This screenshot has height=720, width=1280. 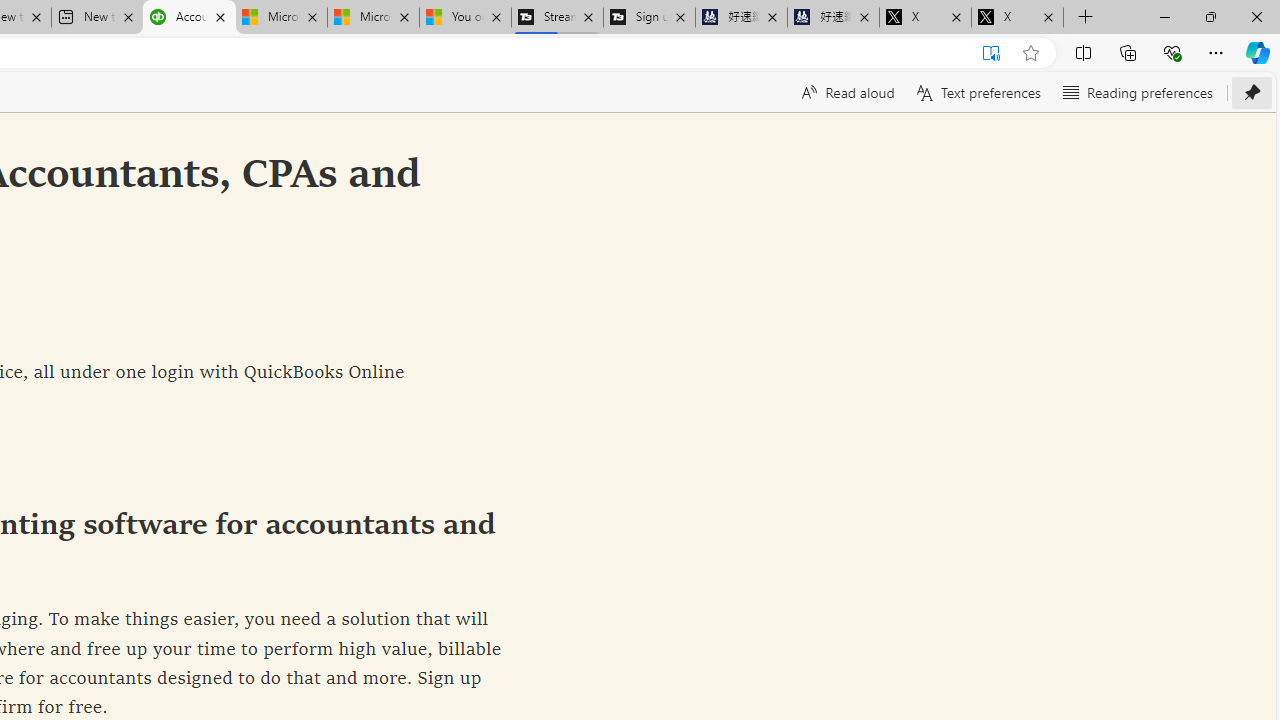 I want to click on 'Unpin toolbar', so click(x=1251, y=92).